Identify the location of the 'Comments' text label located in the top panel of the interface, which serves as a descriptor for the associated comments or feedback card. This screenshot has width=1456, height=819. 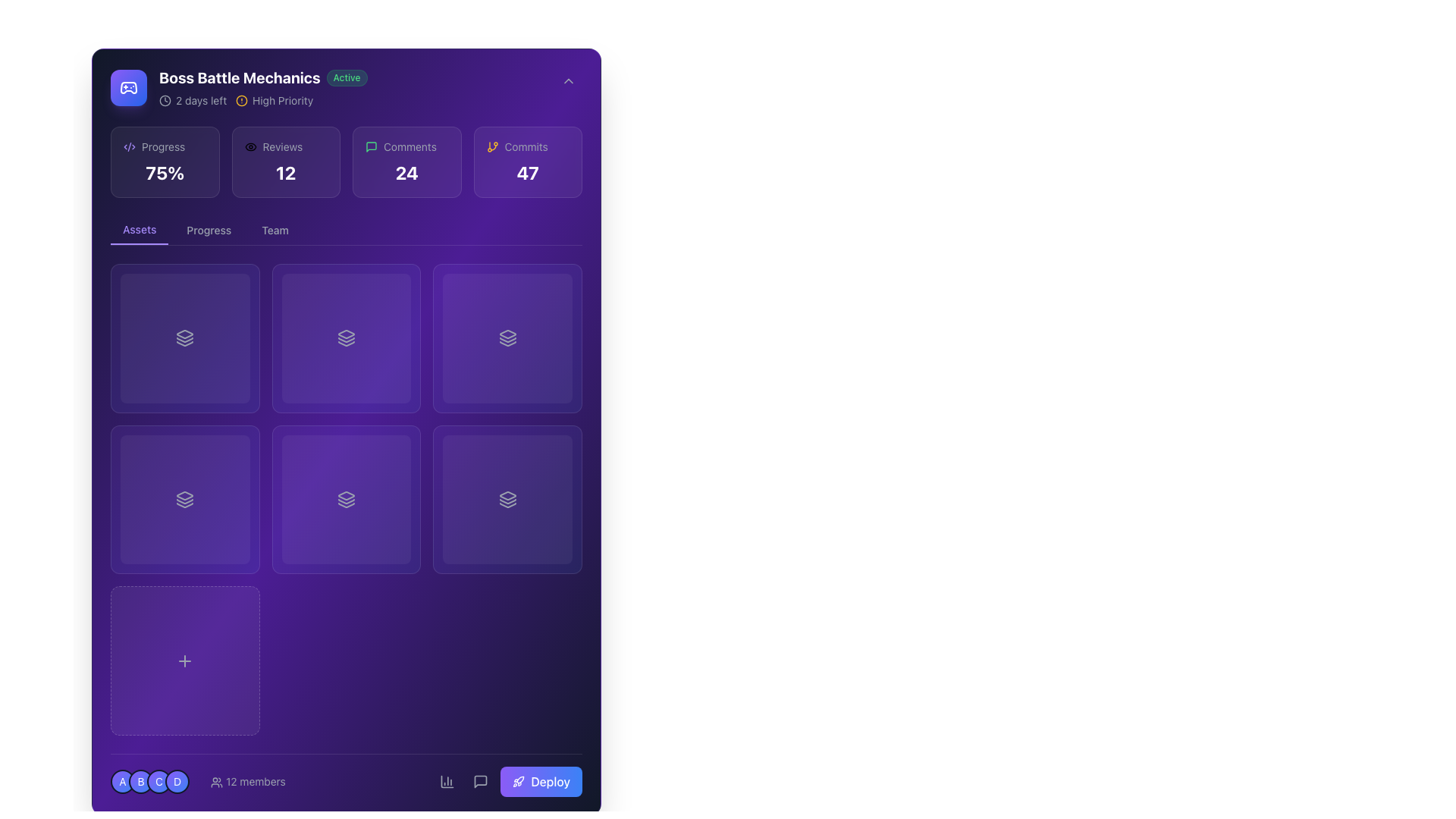
(409, 146).